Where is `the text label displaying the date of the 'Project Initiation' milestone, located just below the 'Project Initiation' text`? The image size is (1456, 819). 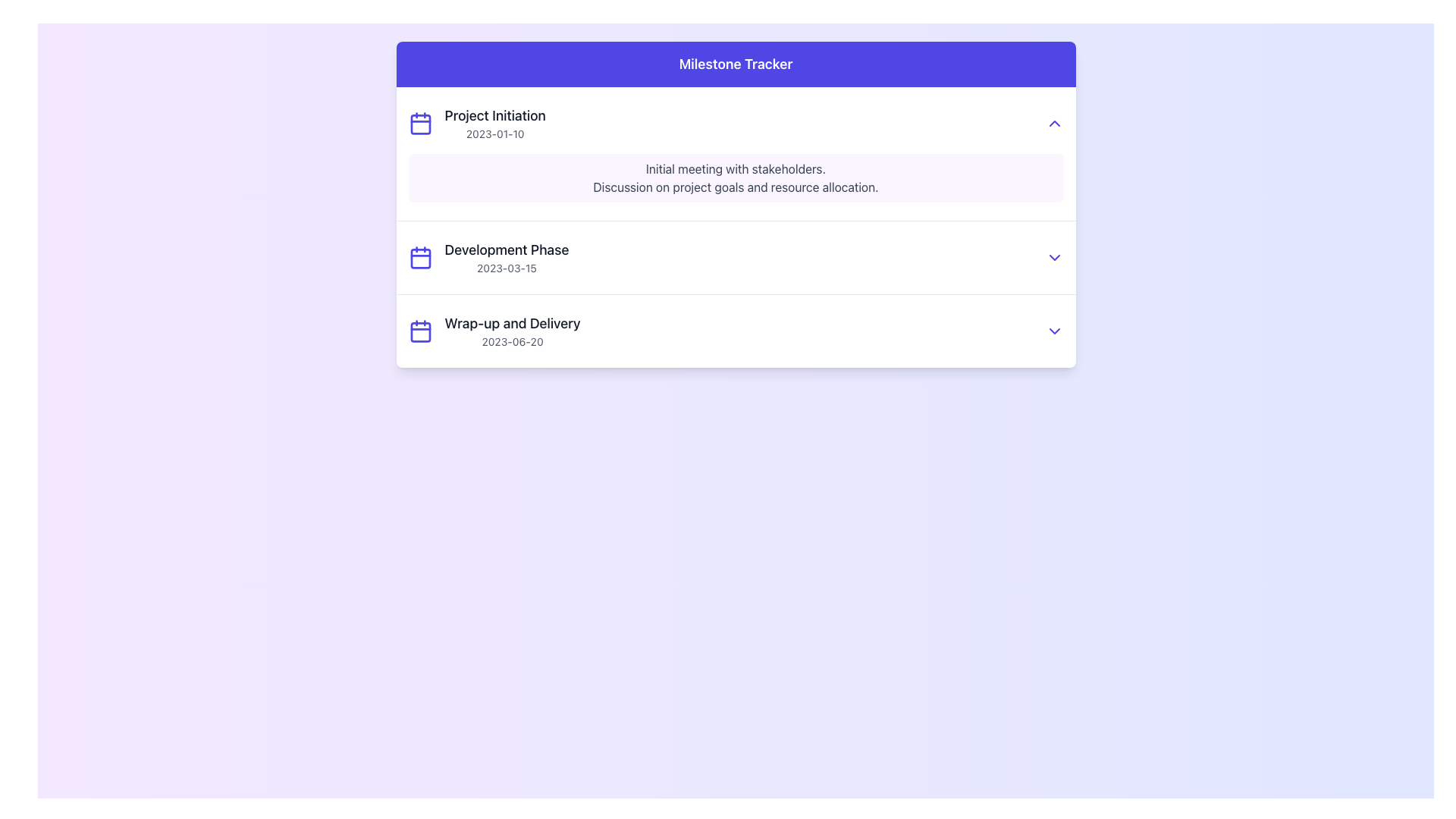 the text label displaying the date of the 'Project Initiation' milestone, located just below the 'Project Initiation' text is located at coordinates (495, 133).